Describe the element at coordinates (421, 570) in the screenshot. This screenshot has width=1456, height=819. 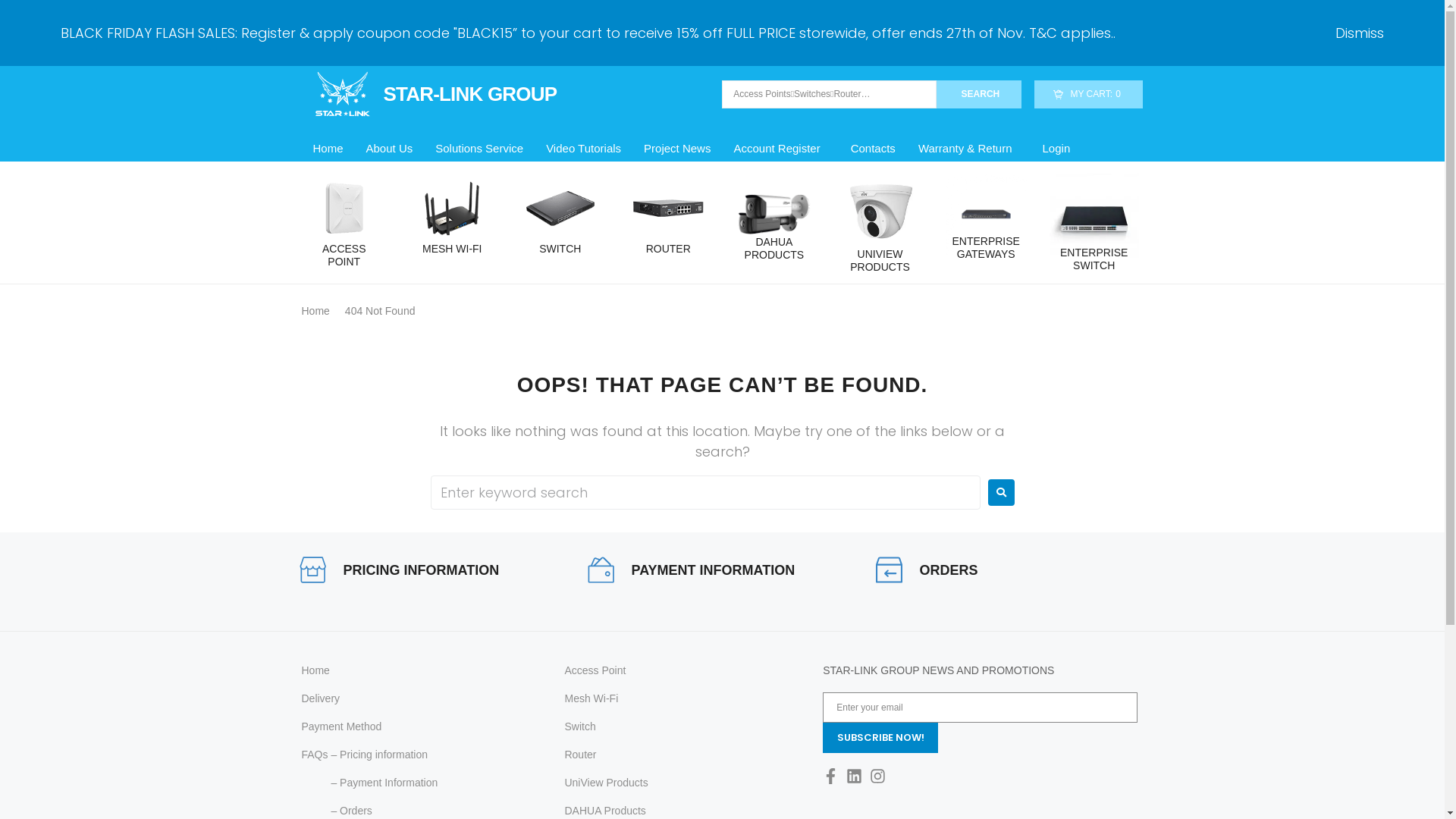
I see `'PRICING INFORMATION'` at that location.